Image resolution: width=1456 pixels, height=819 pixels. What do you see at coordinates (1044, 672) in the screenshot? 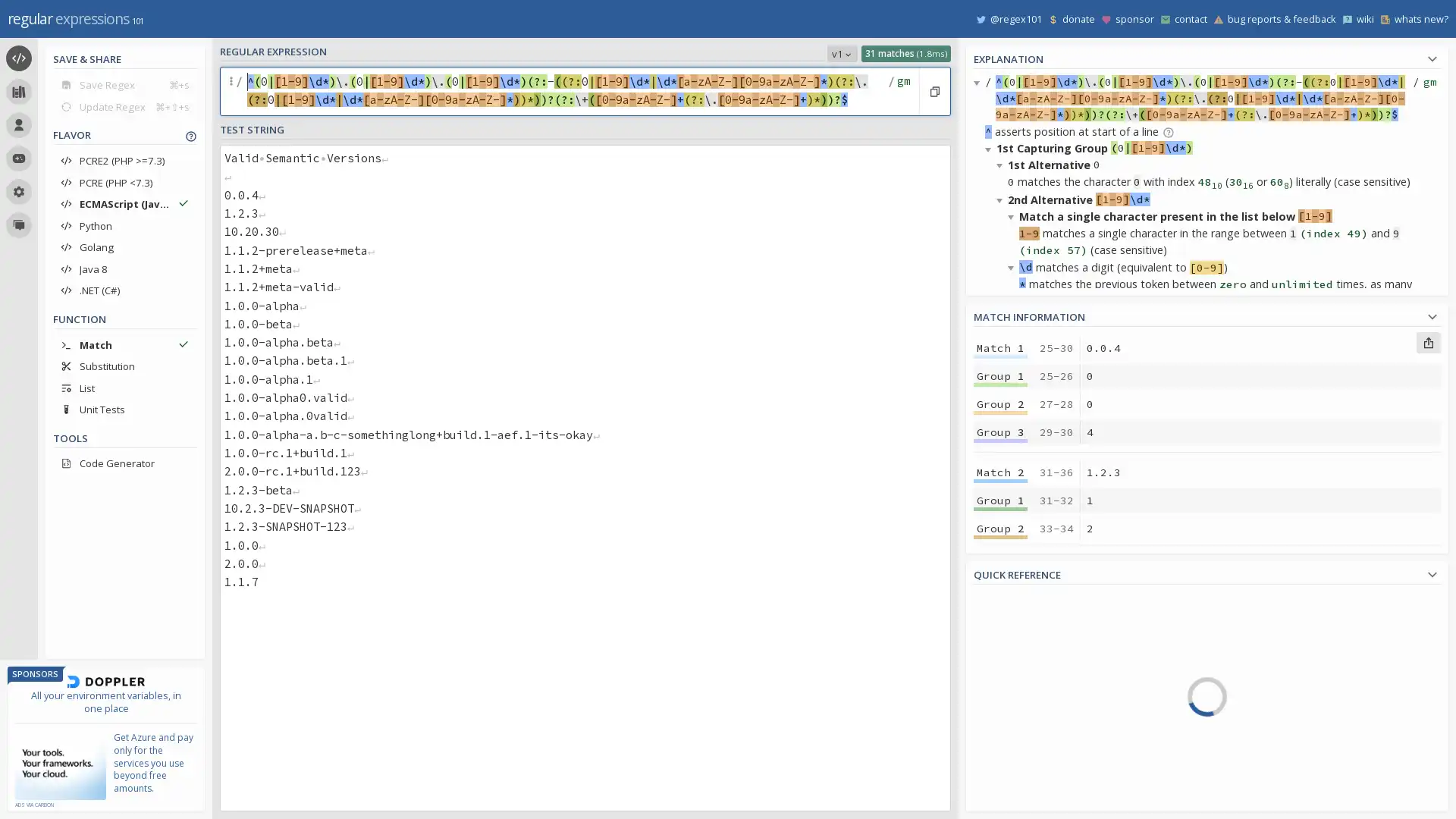
I see `General Tokens` at bounding box center [1044, 672].